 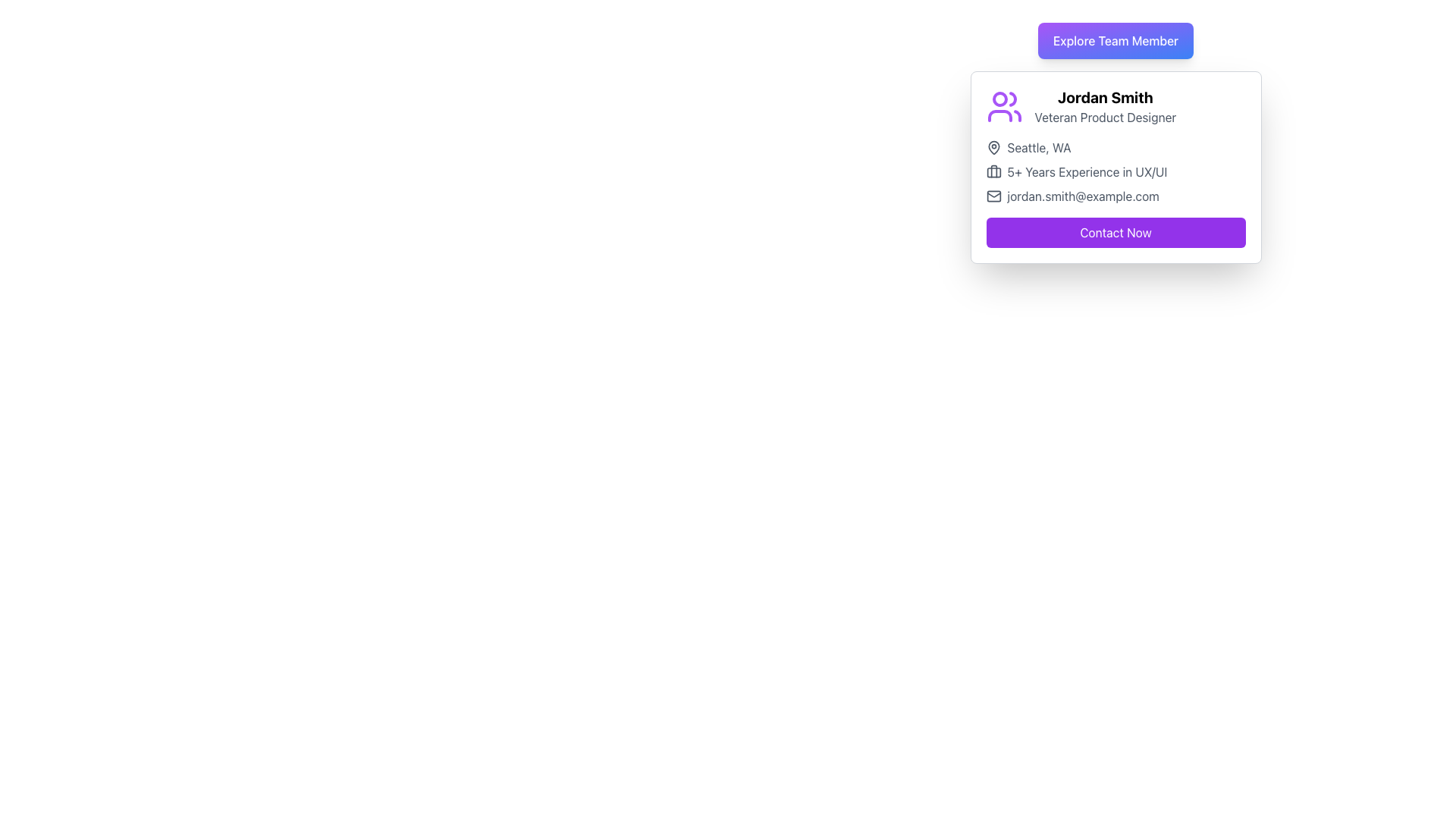 I want to click on the 'Contact Now' button with a purple background and white text, so click(x=1116, y=233).